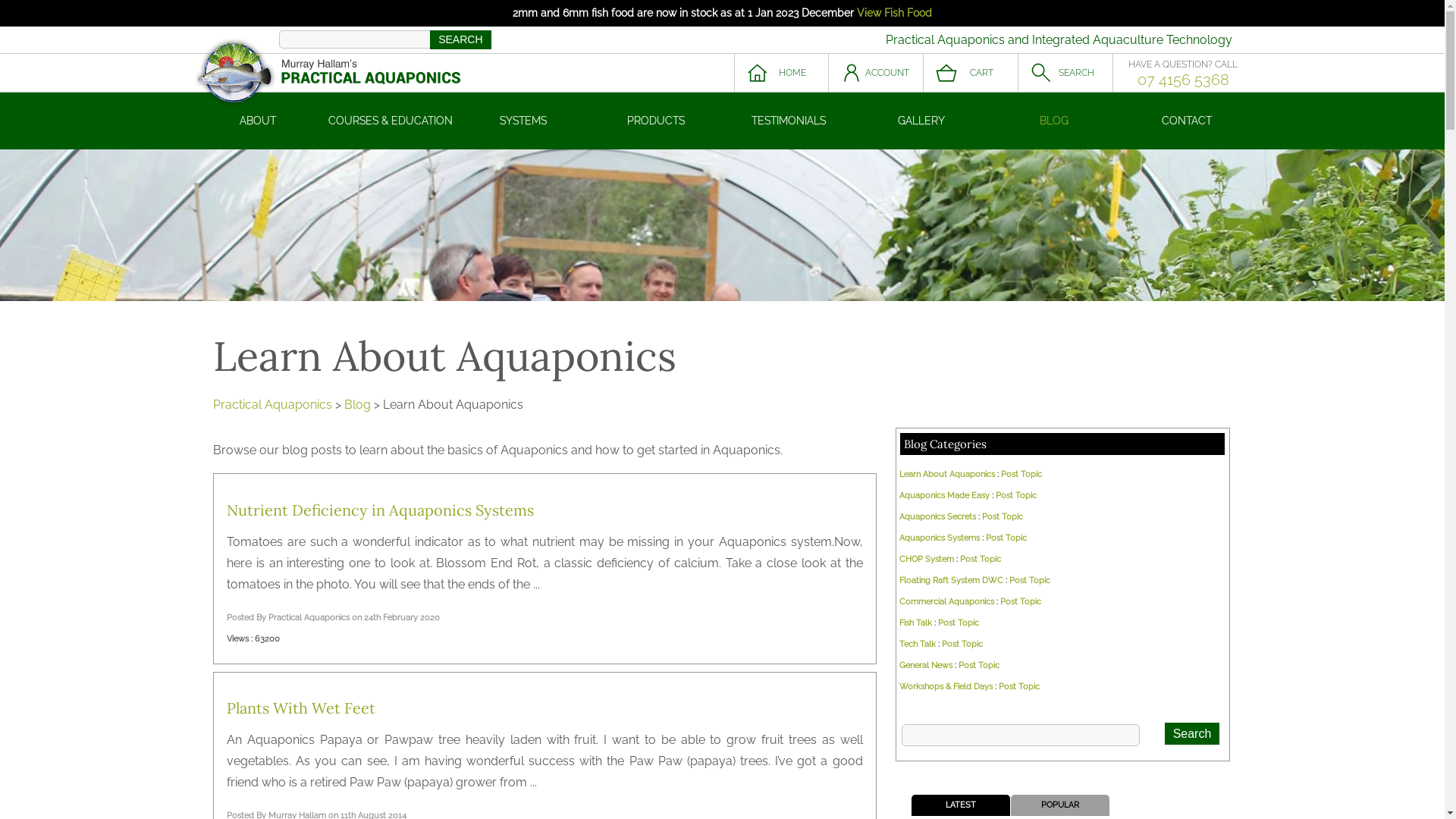  Describe the element at coordinates (957, 623) in the screenshot. I see `'Post Topic'` at that location.